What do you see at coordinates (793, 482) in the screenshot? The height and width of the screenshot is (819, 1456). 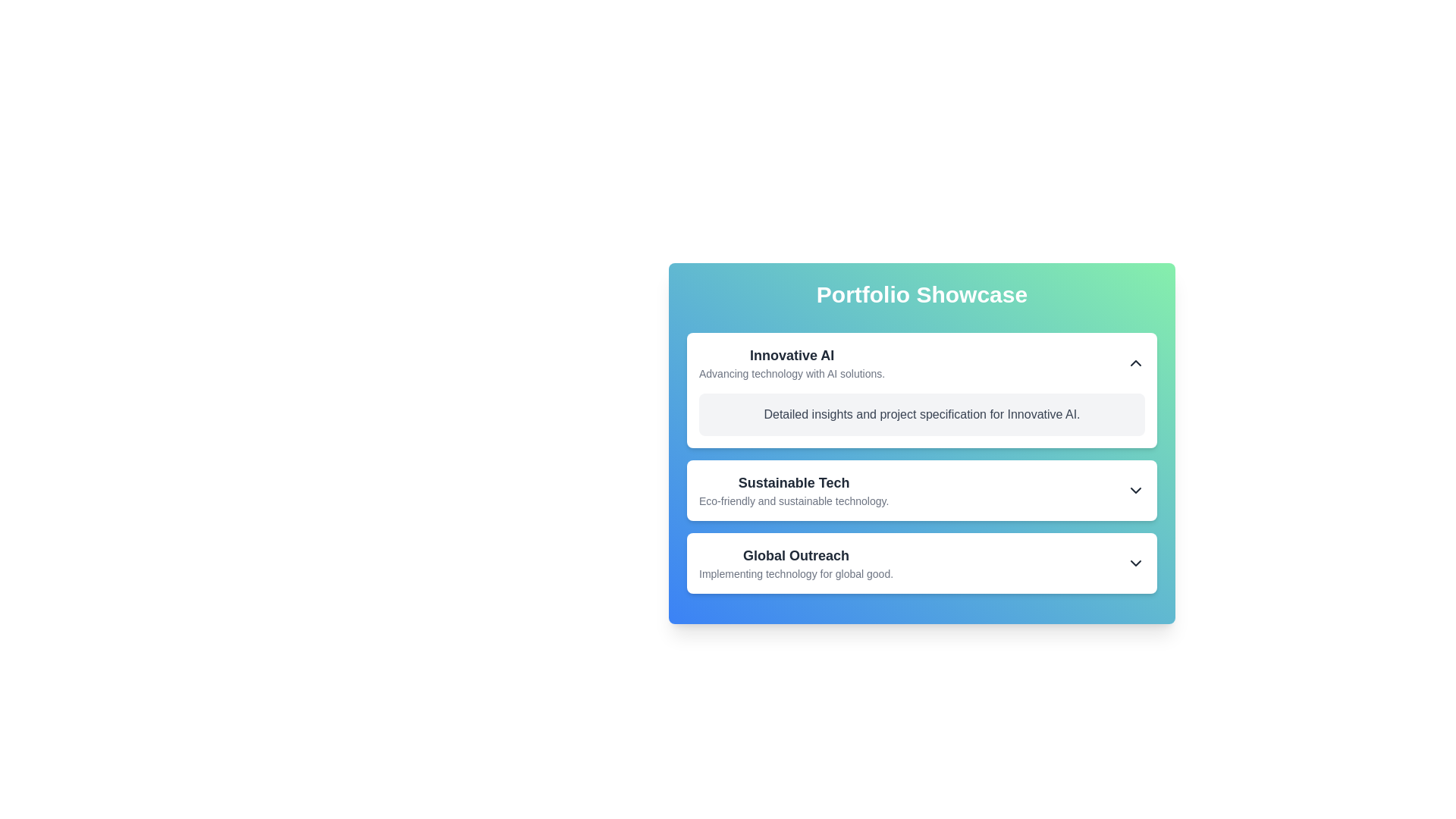 I see `the text display heading that shows 'Sustainable Tech', which is prominently styled in grayish color and is located above the descriptive text in its section` at bounding box center [793, 482].